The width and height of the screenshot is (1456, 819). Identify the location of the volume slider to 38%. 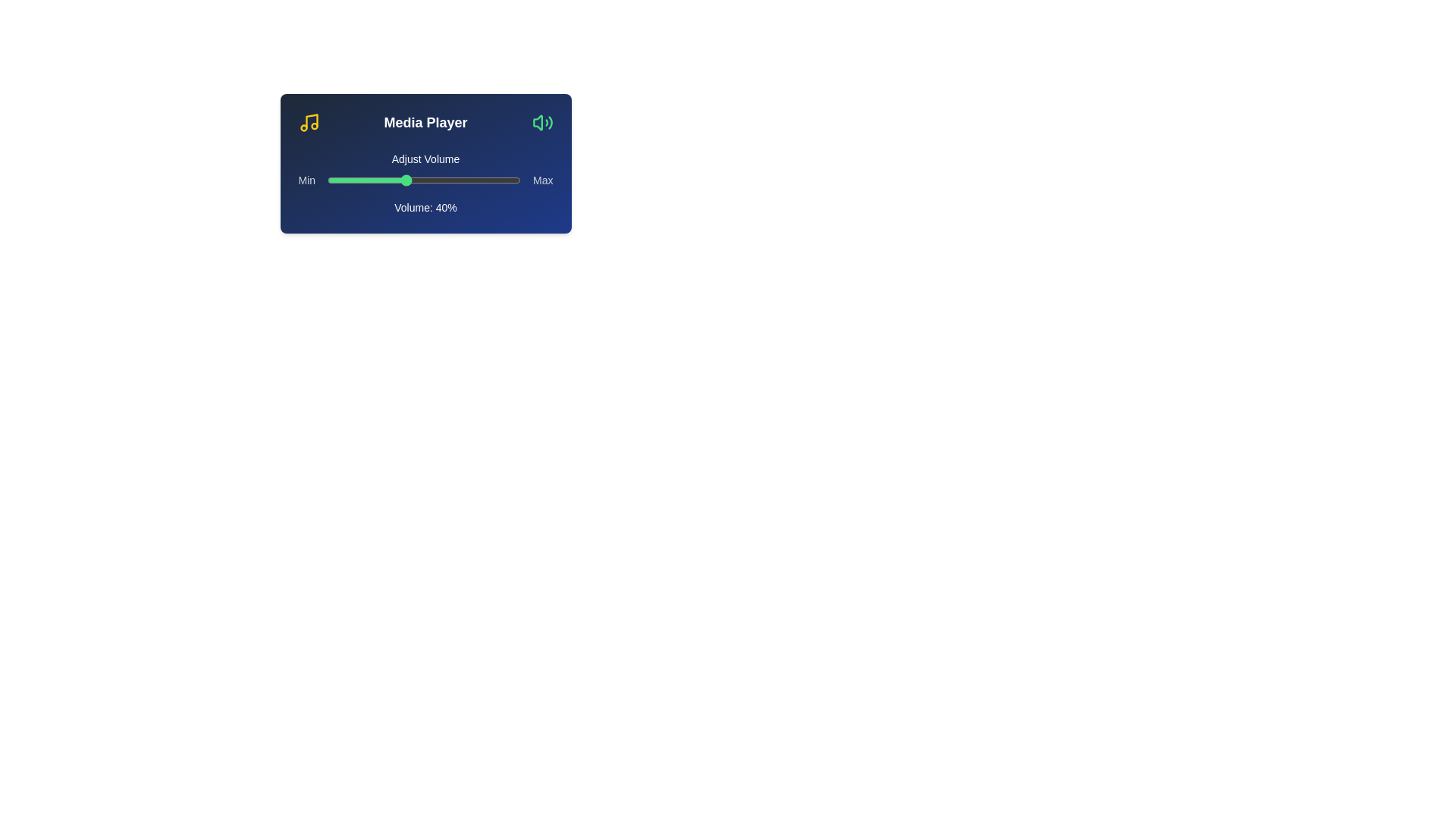
(400, 180).